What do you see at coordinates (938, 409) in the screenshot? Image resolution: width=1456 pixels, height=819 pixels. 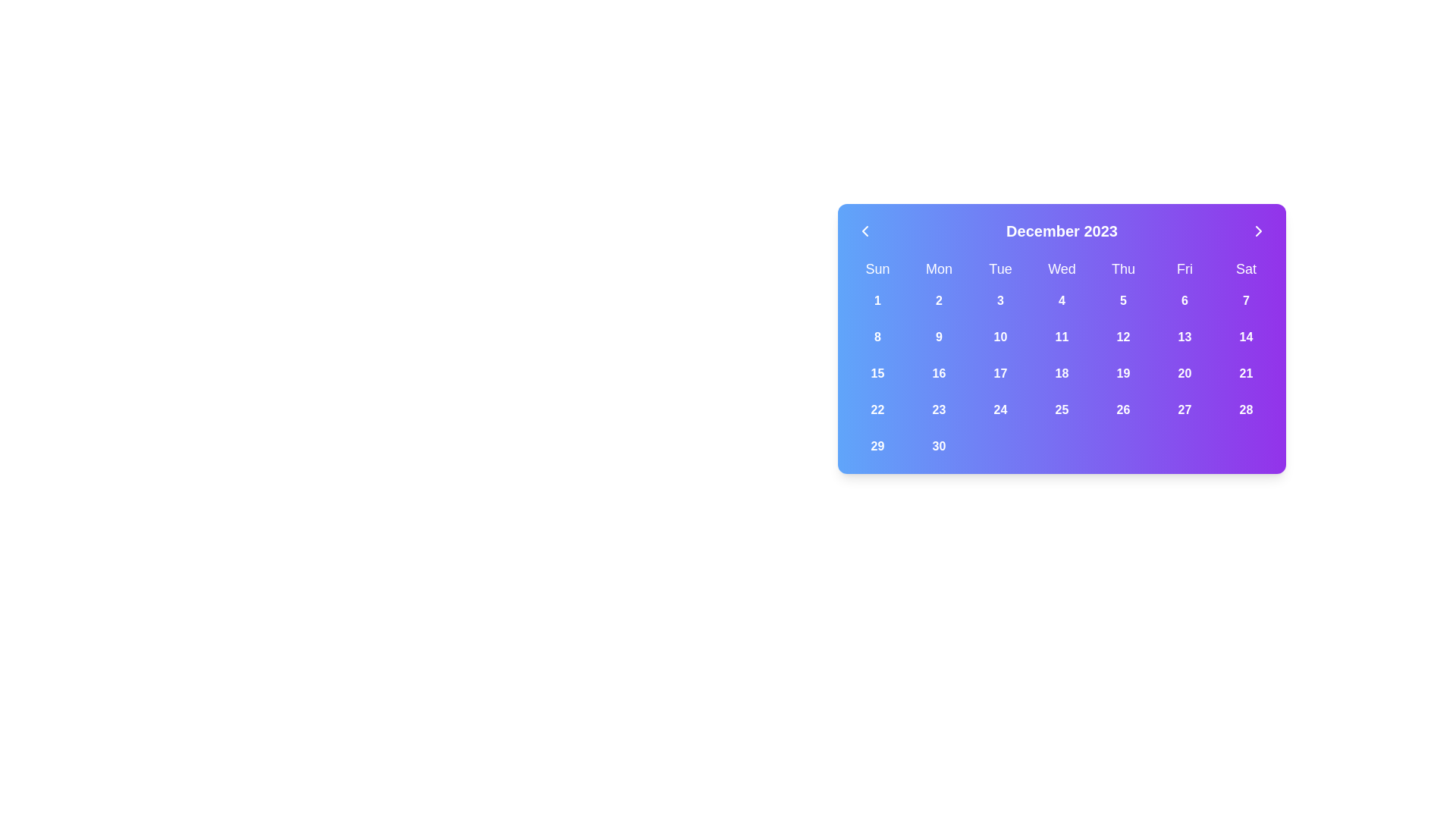 I see `the button-like element displaying the number '23' in bold, white color, located in the fifth row, second column of the calendar grid layout` at bounding box center [938, 409].